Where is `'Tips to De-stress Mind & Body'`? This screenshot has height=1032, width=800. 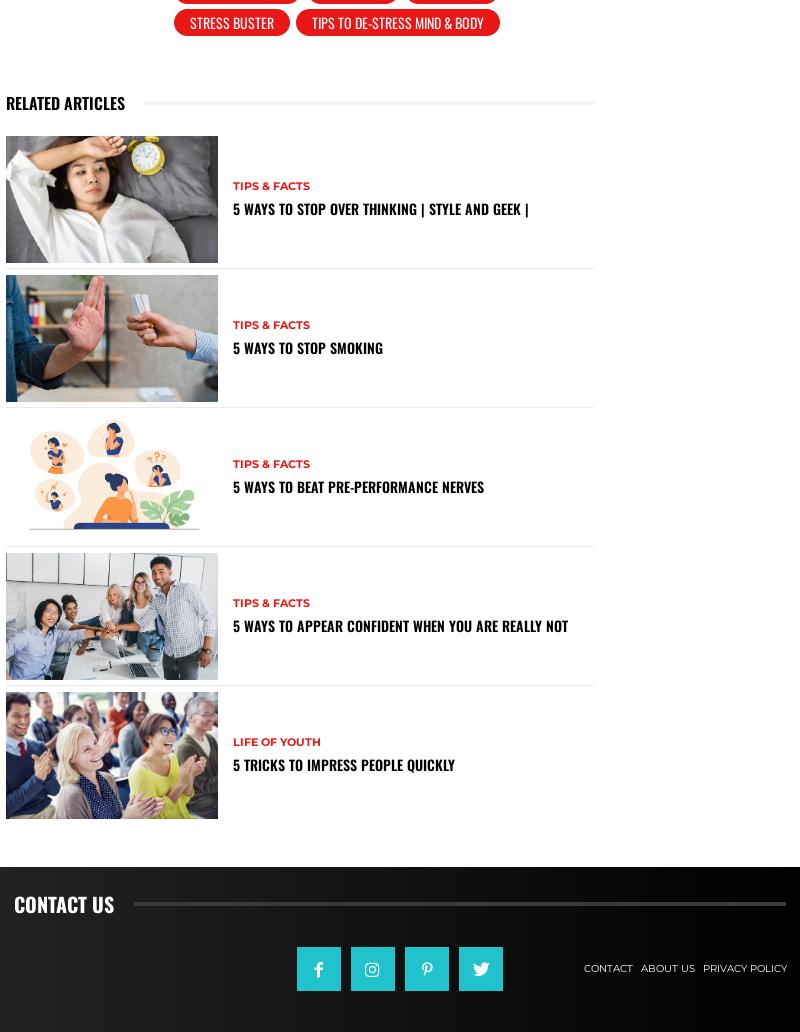
'Tips to De-stress Mind & Body' is located at coordinates (397, 22).